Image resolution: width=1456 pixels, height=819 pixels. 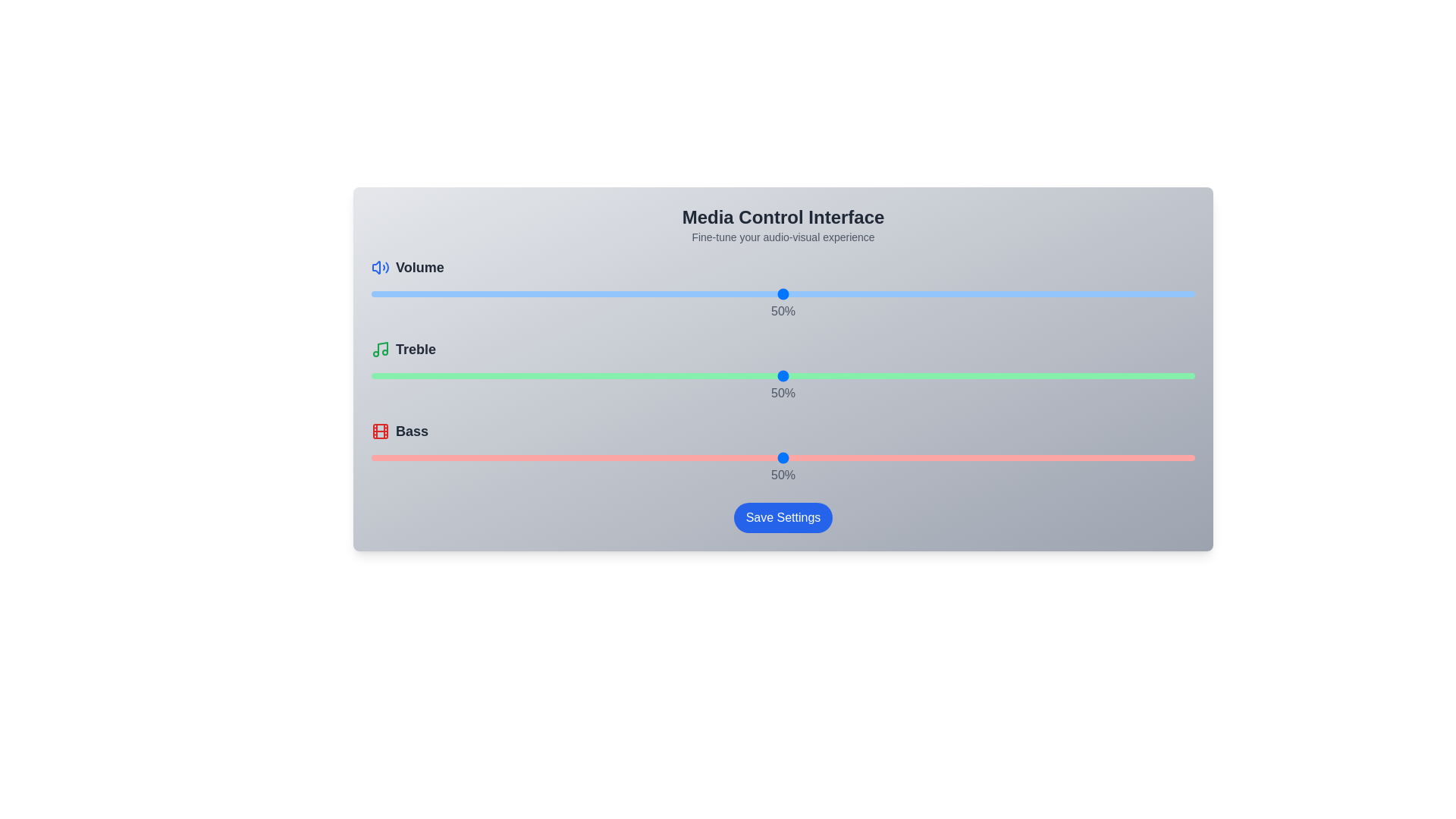 I want to click on the bold header text 'Media Control Interface' which is centrally positioned at the top of the interface, so click(x=783, y=217).